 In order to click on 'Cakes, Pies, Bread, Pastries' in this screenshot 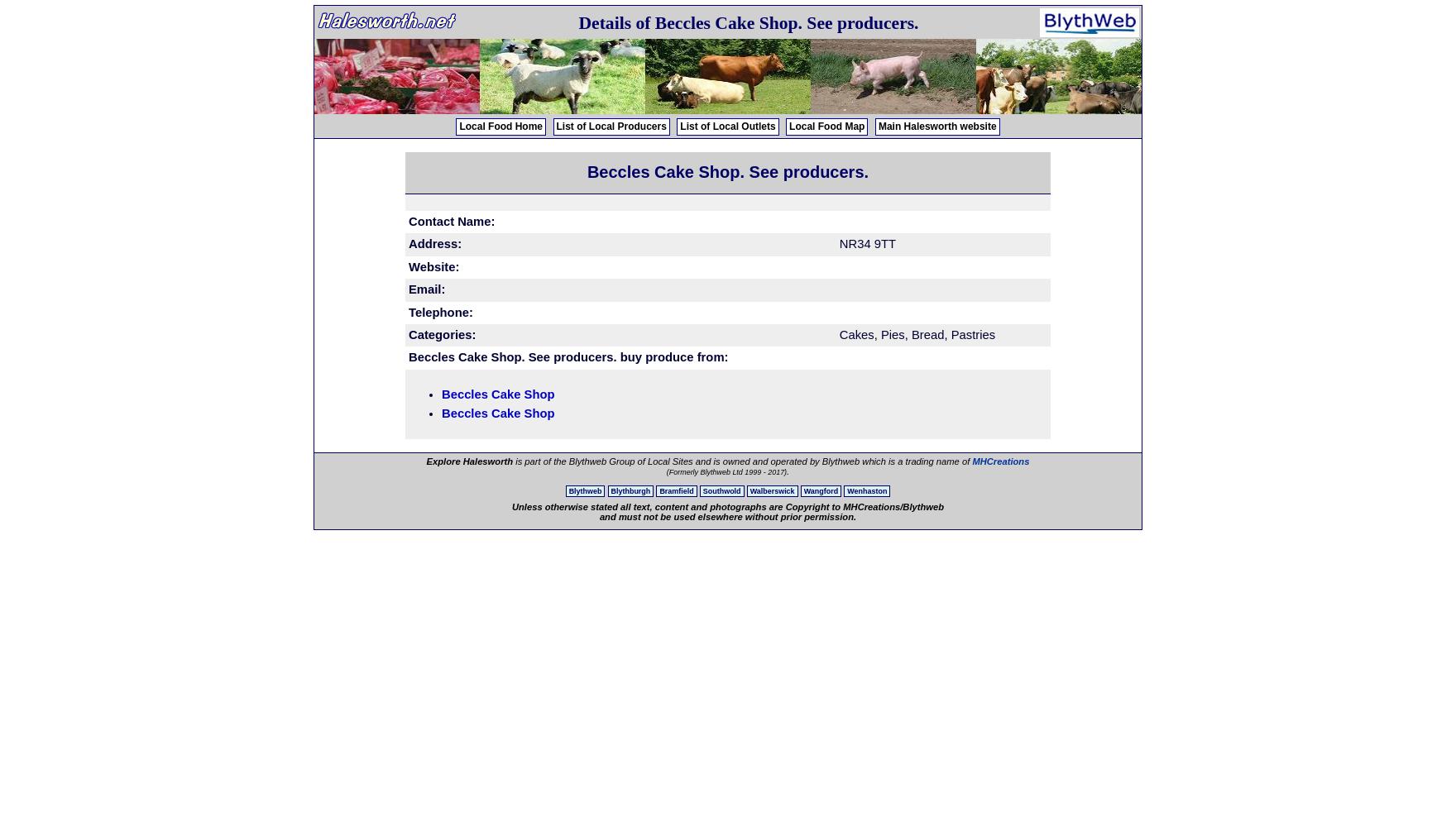, I will do `click(916, 334)`.